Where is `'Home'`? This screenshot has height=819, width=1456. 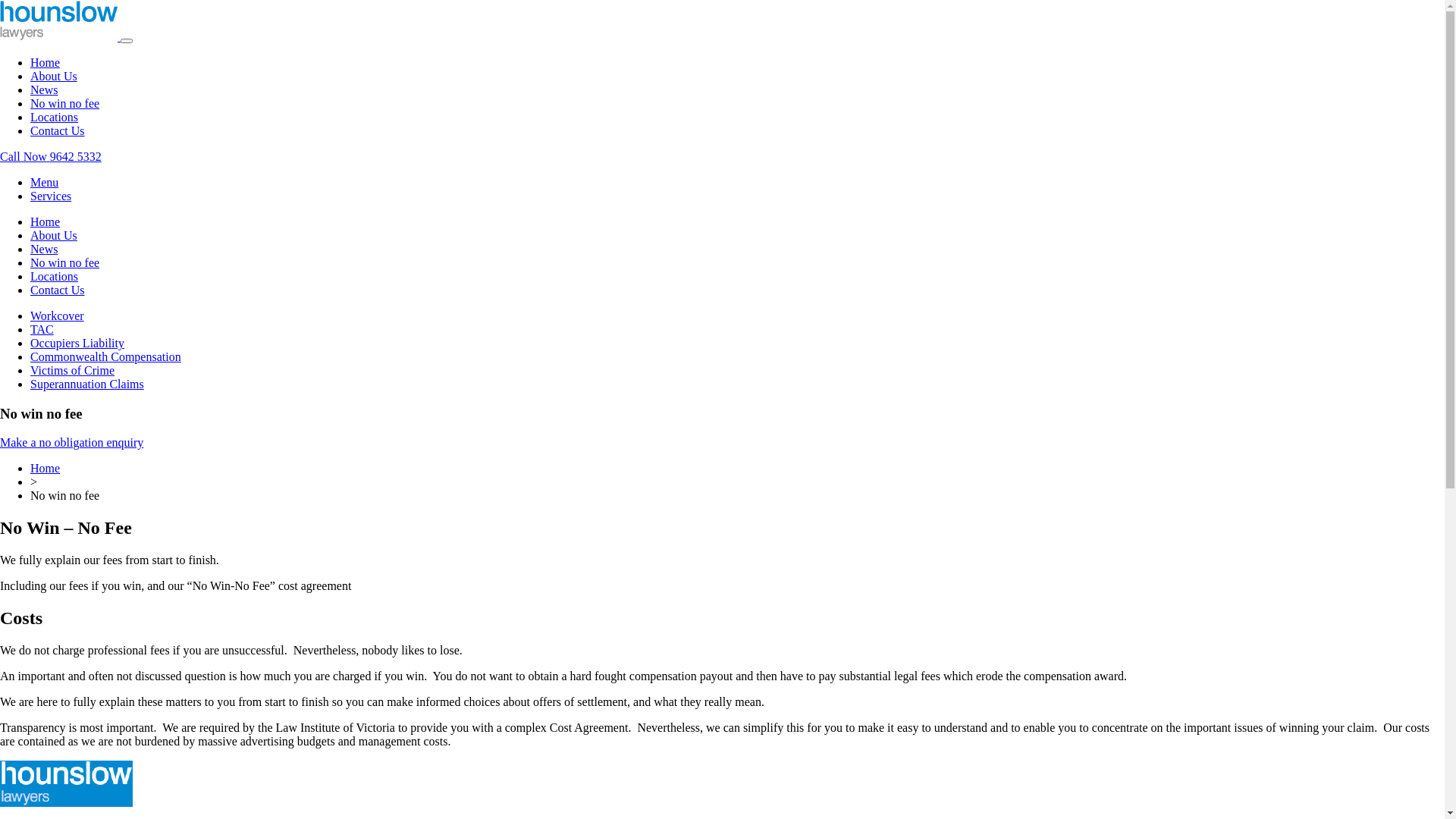
'Home' is located at coordinates (30, 467).